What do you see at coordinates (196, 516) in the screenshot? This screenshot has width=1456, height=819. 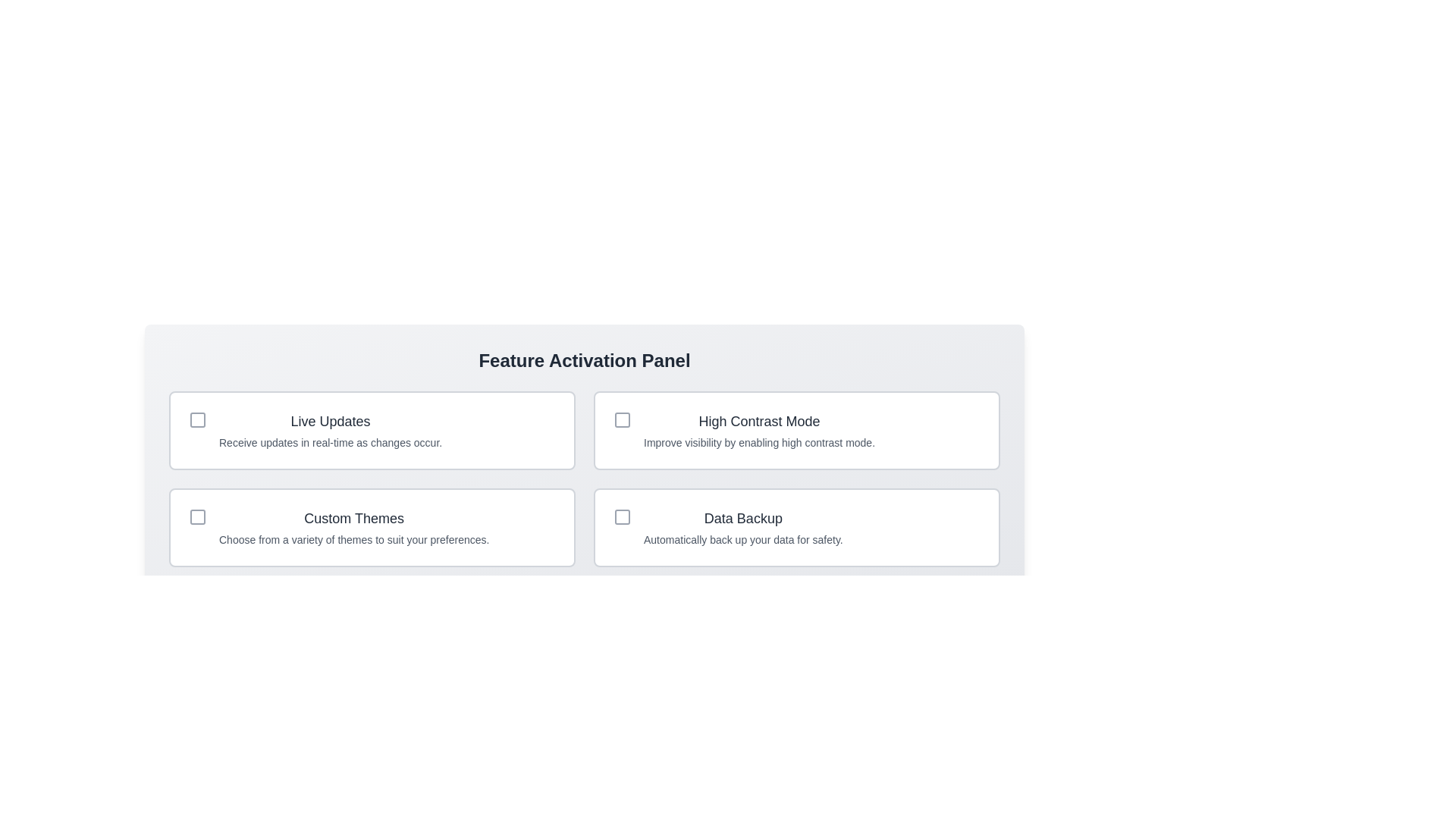 I see `the checkbox indicator for the 'Custom Themes' feature` at bounding box center [196, 516].